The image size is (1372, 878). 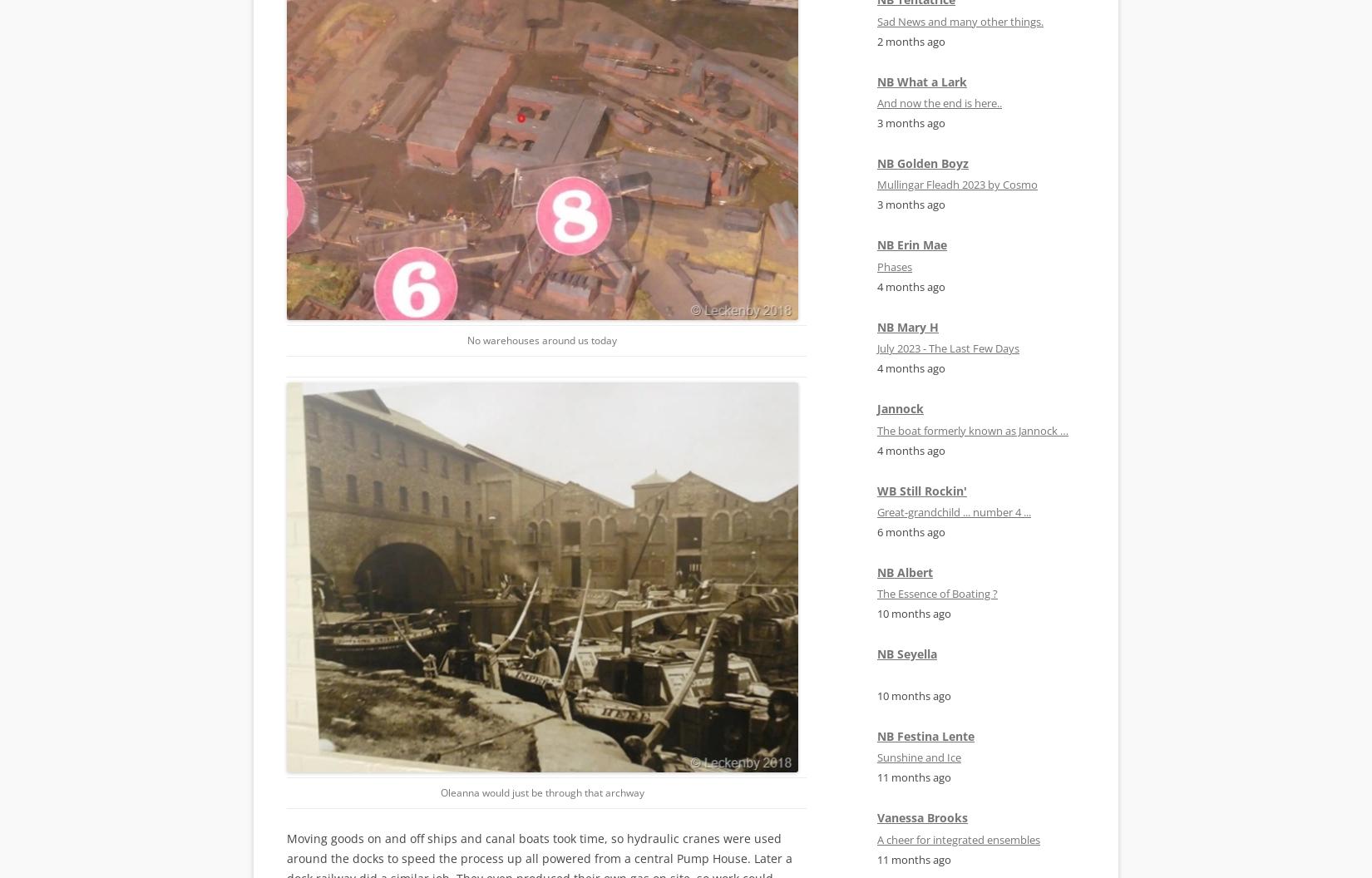 What do you see at coordinates (954, 511) in the screenshot?
I see `'Great-grandchild ... number 4 ...'` at bounding box center [954, 511].